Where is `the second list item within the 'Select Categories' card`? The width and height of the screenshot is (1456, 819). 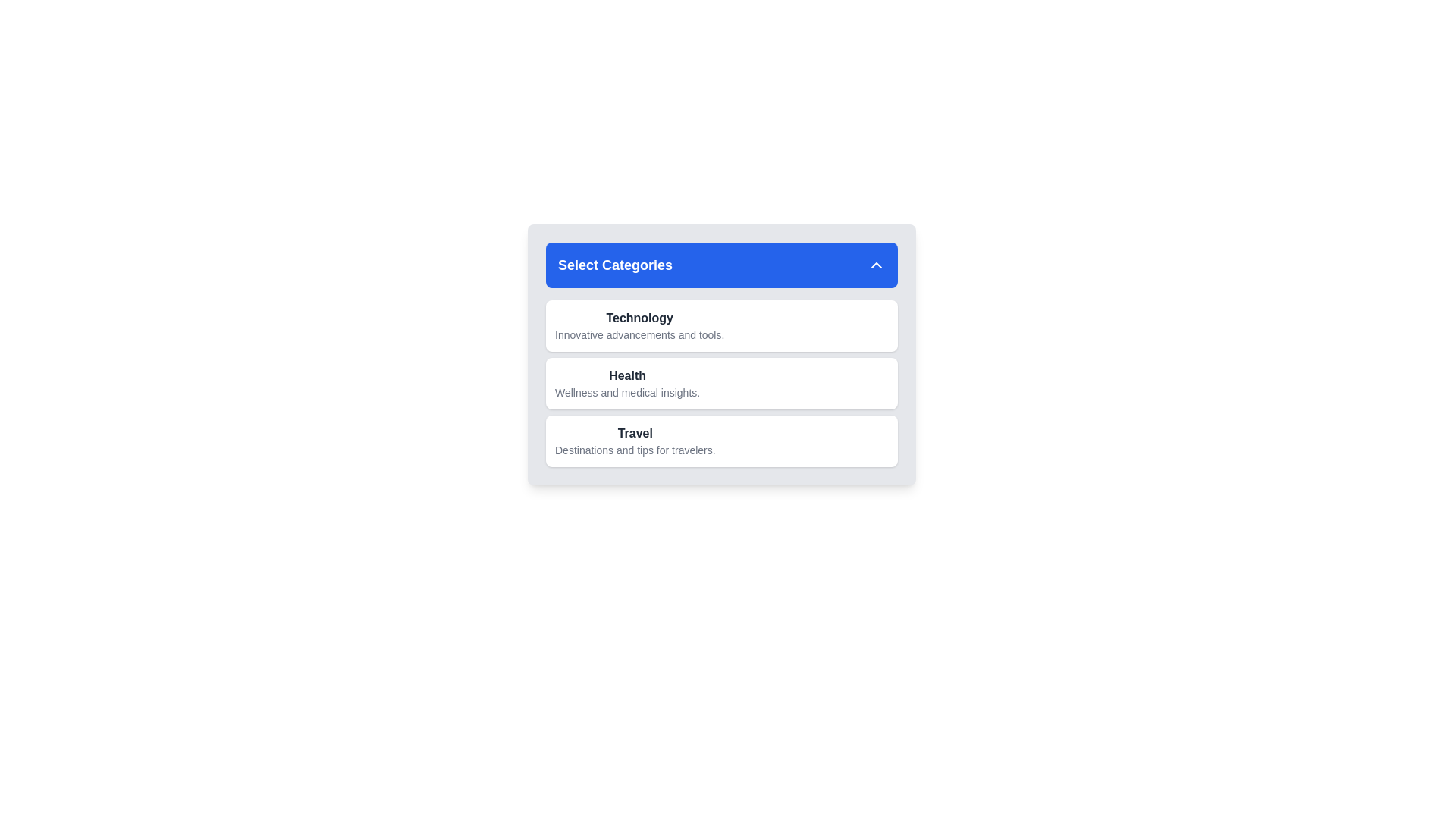
the second list item within the 'Select Categories' card is located at coordinates (720, 382).